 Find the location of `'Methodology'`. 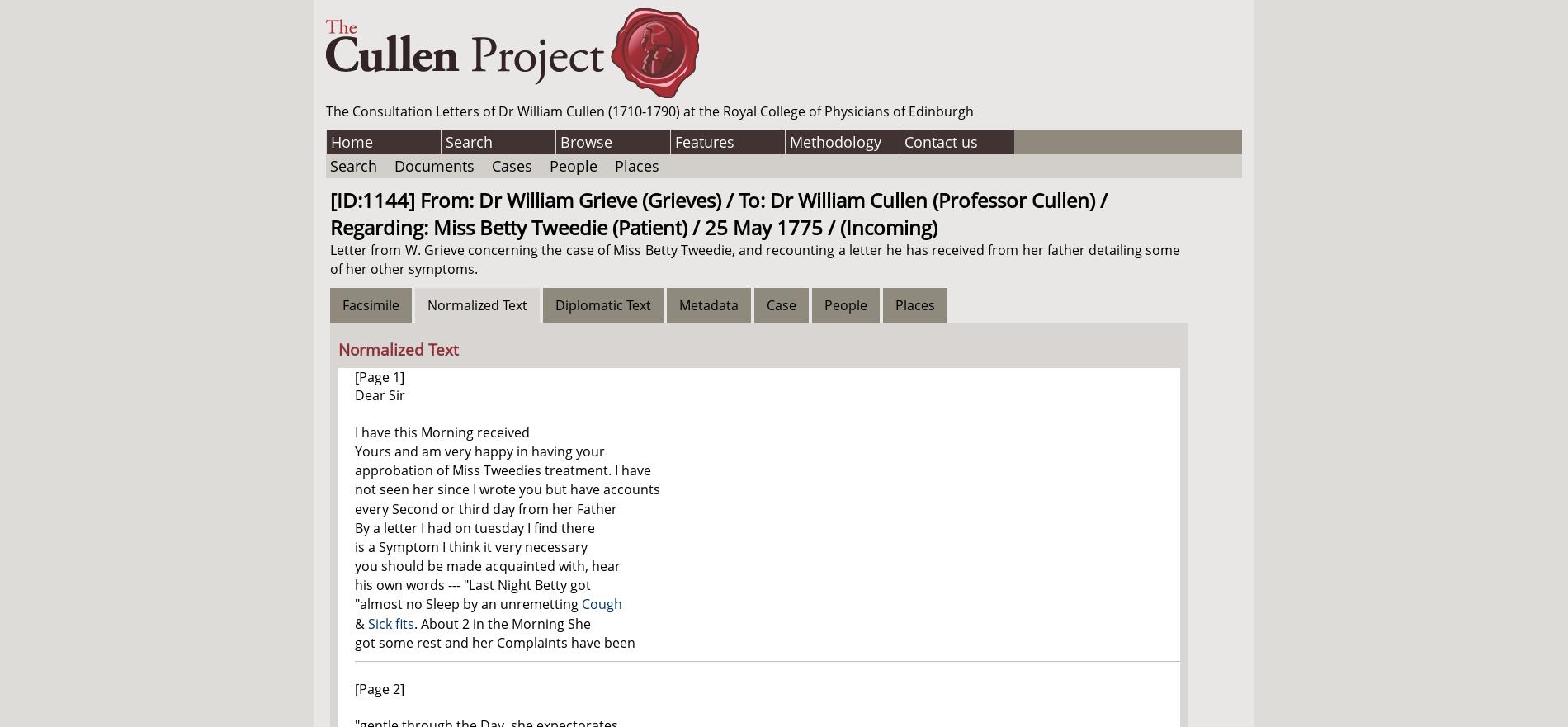

'Methodology' is located at coordinates (835, 141).